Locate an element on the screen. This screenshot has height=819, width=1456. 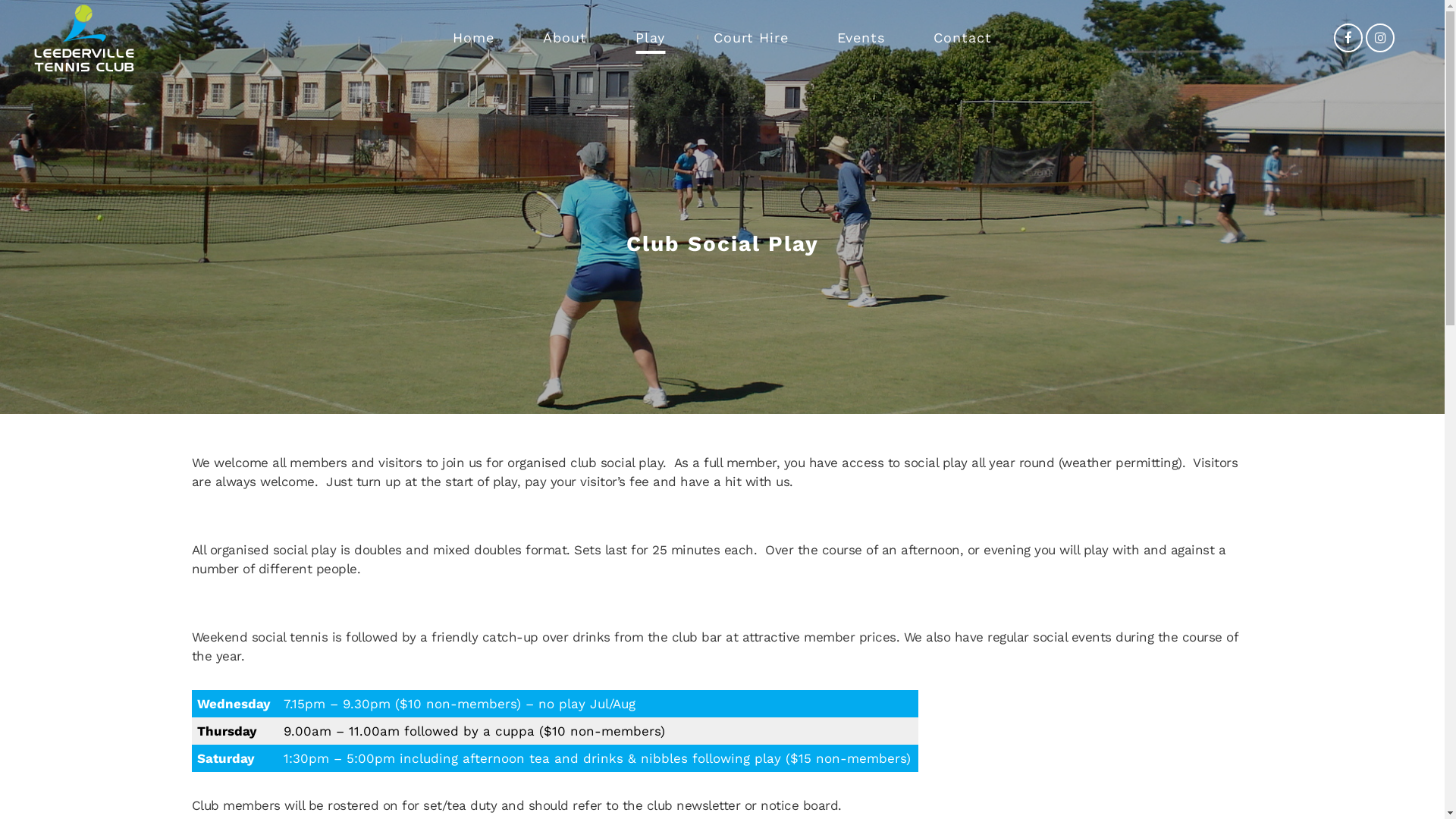
'Events' is located at coordinates (861, 37).